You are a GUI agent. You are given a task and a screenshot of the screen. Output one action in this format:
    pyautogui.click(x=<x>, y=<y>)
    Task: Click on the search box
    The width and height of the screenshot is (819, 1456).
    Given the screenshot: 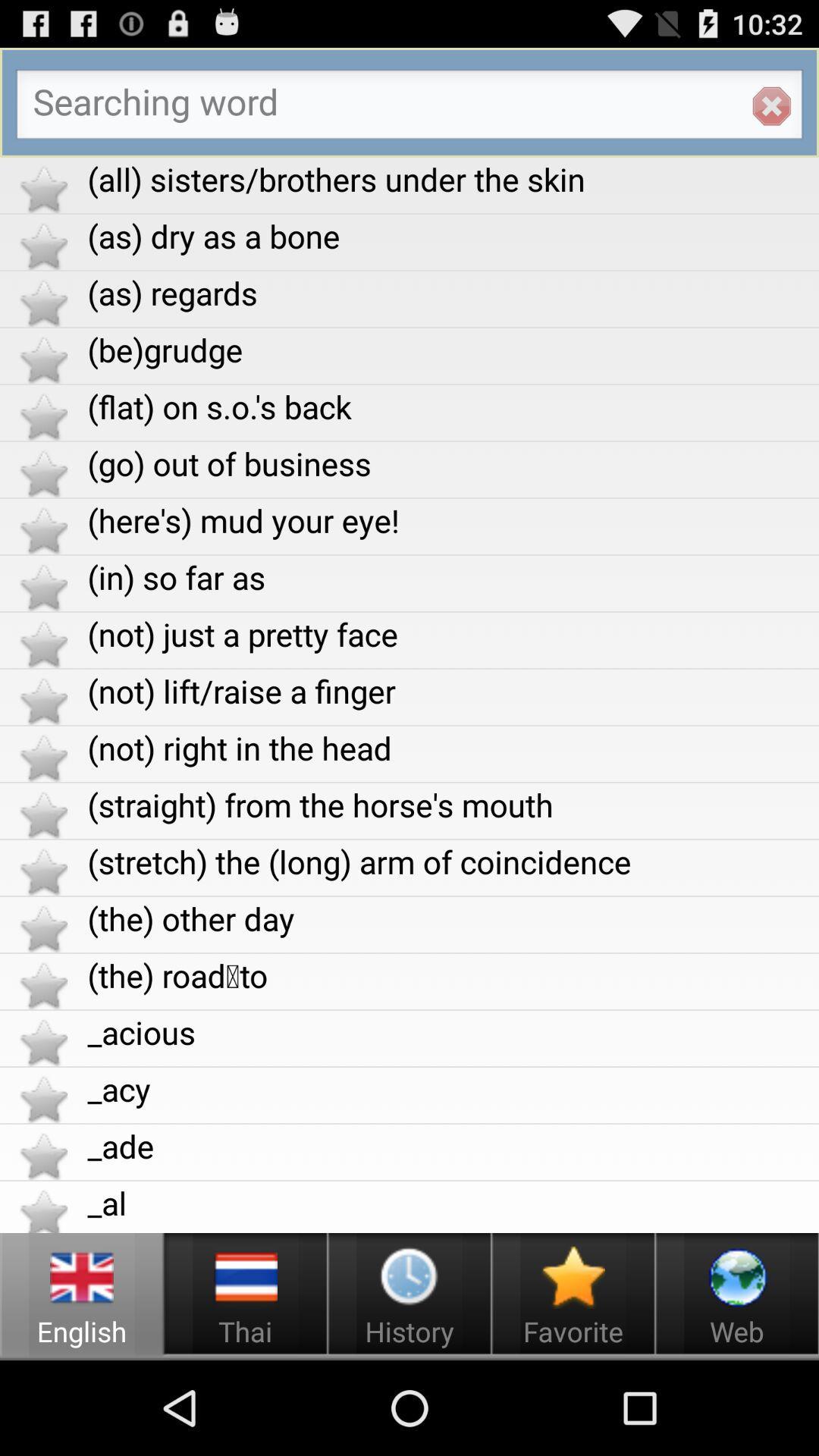 What is the action you would take?
    pyautogui.click(x=409, y=107)
    